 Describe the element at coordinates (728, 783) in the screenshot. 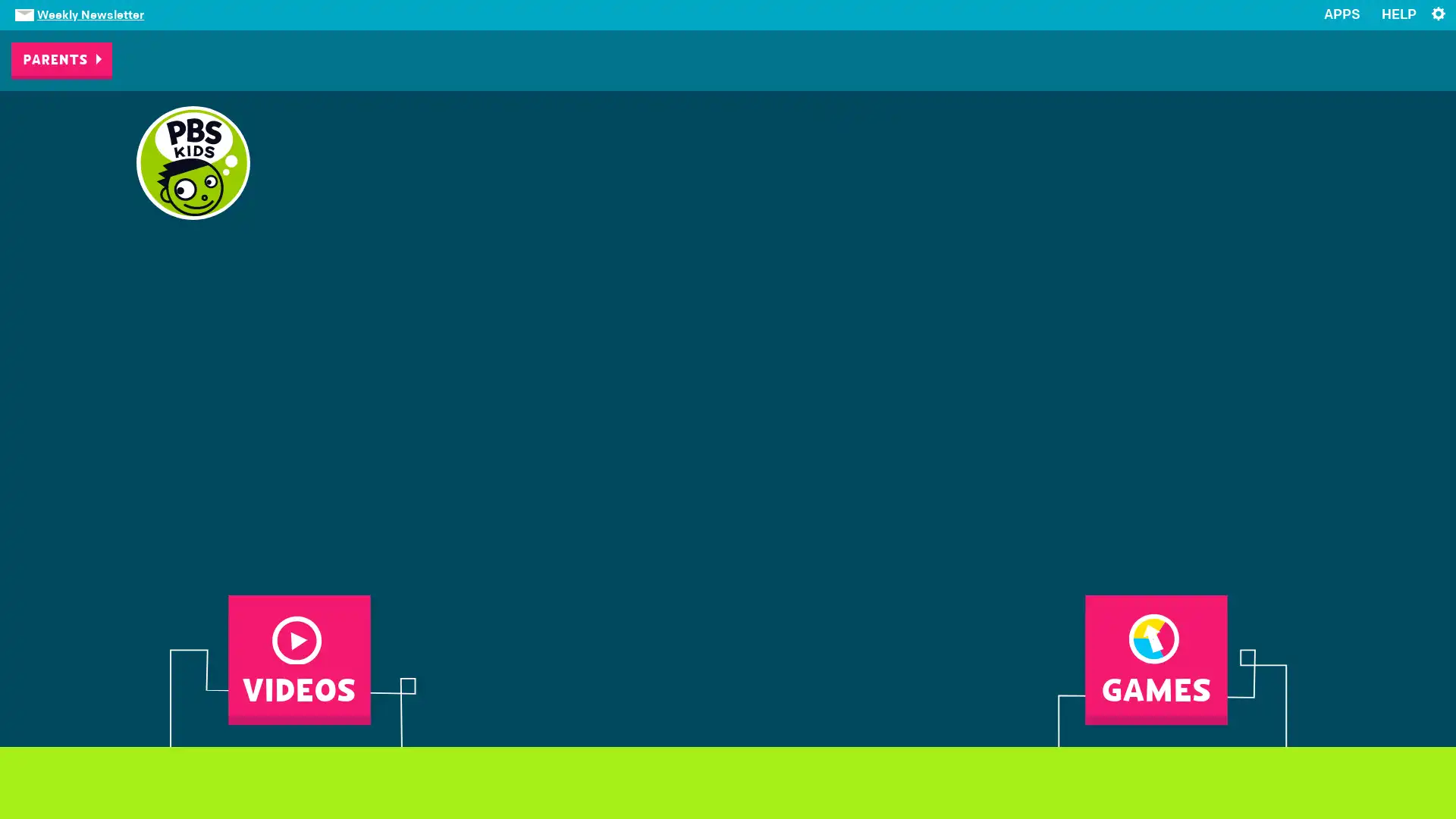

I see `NEXT FRAME` at that location.